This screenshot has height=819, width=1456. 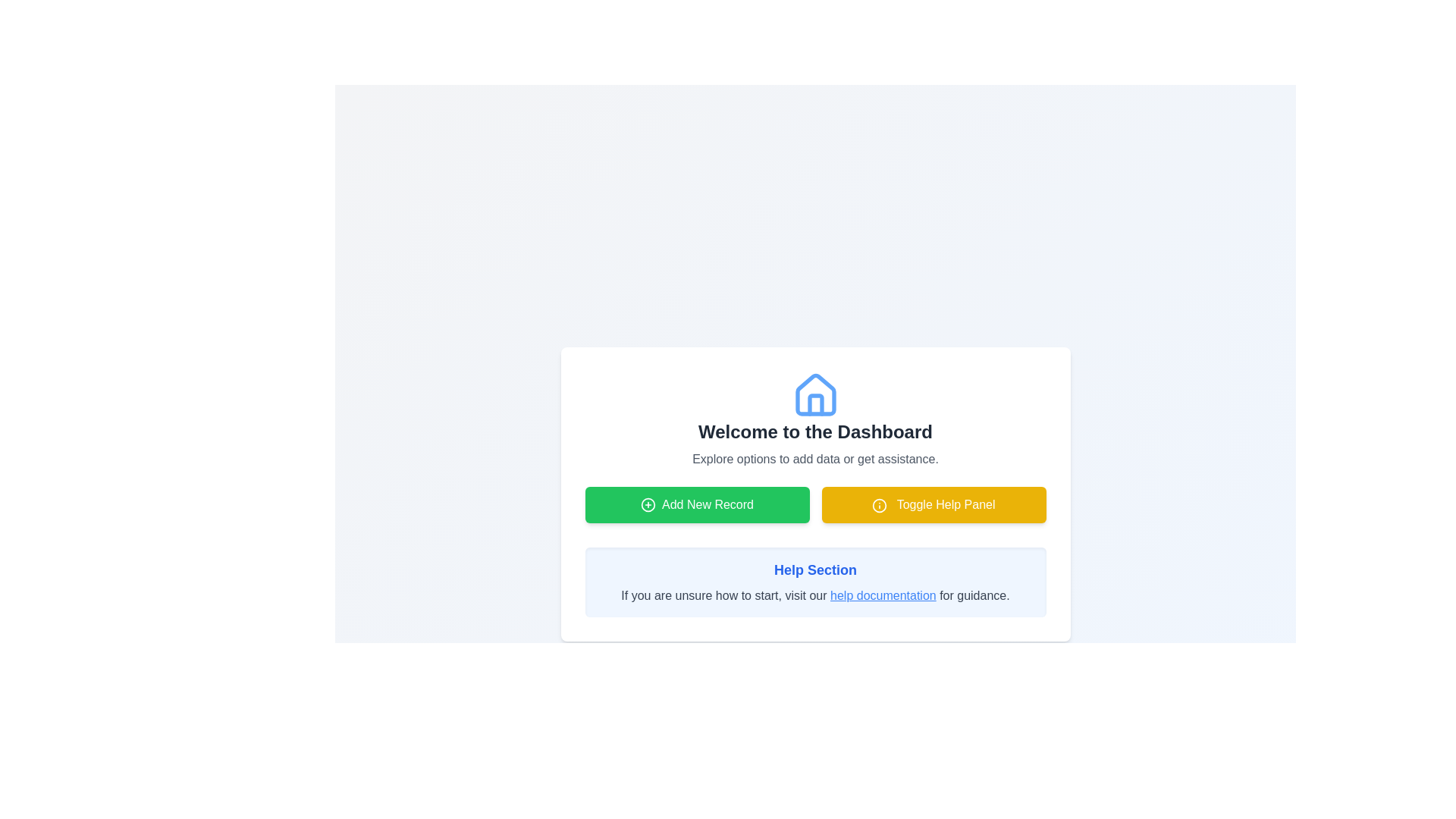 I want to click on the circular icon on the leftmost part of the green 'Add New Record' button, so click(x=648, y=505).